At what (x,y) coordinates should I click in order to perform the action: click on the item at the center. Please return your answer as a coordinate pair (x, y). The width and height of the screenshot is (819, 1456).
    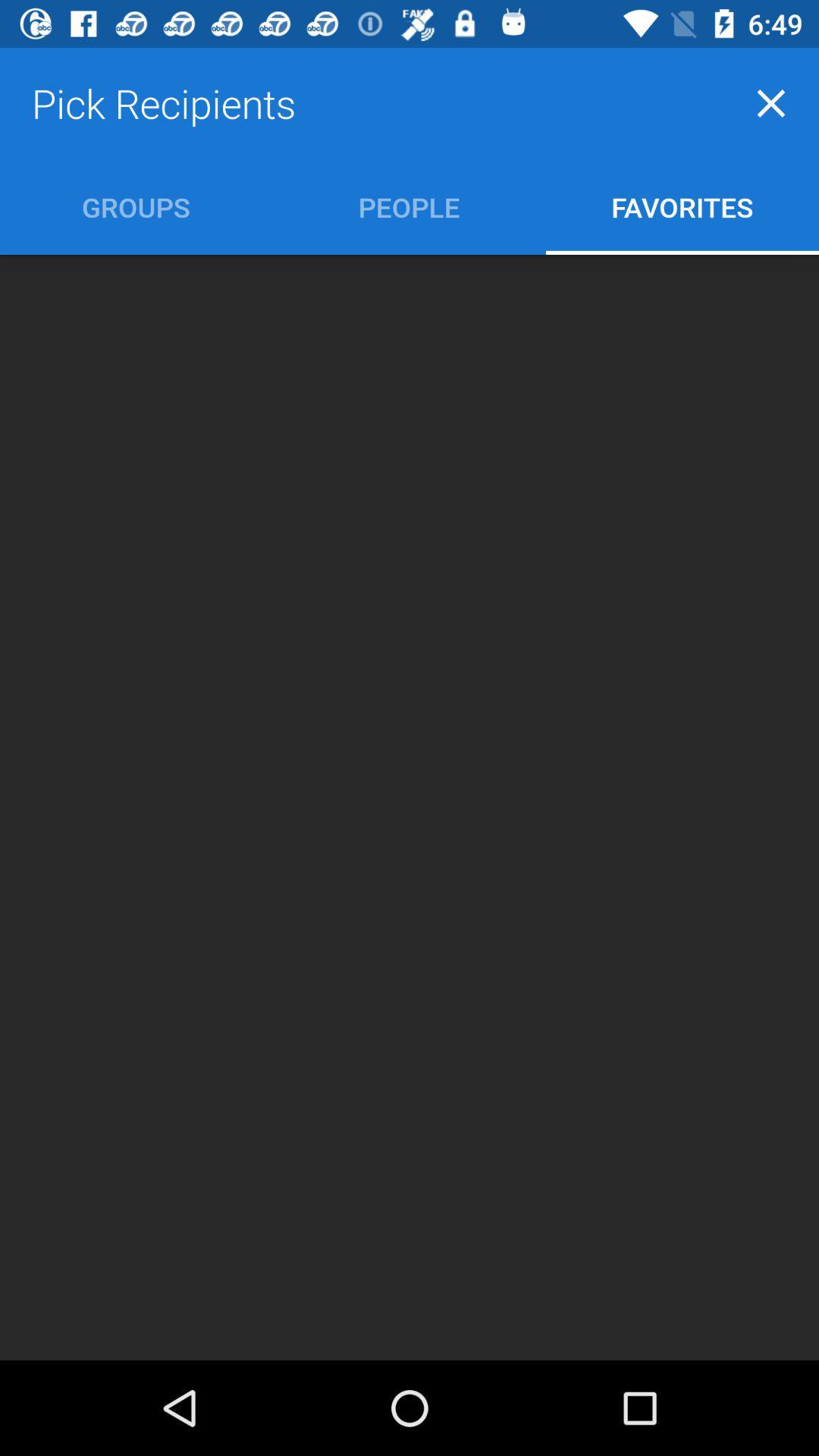
    Looking at the image, I should click on (409, 807).